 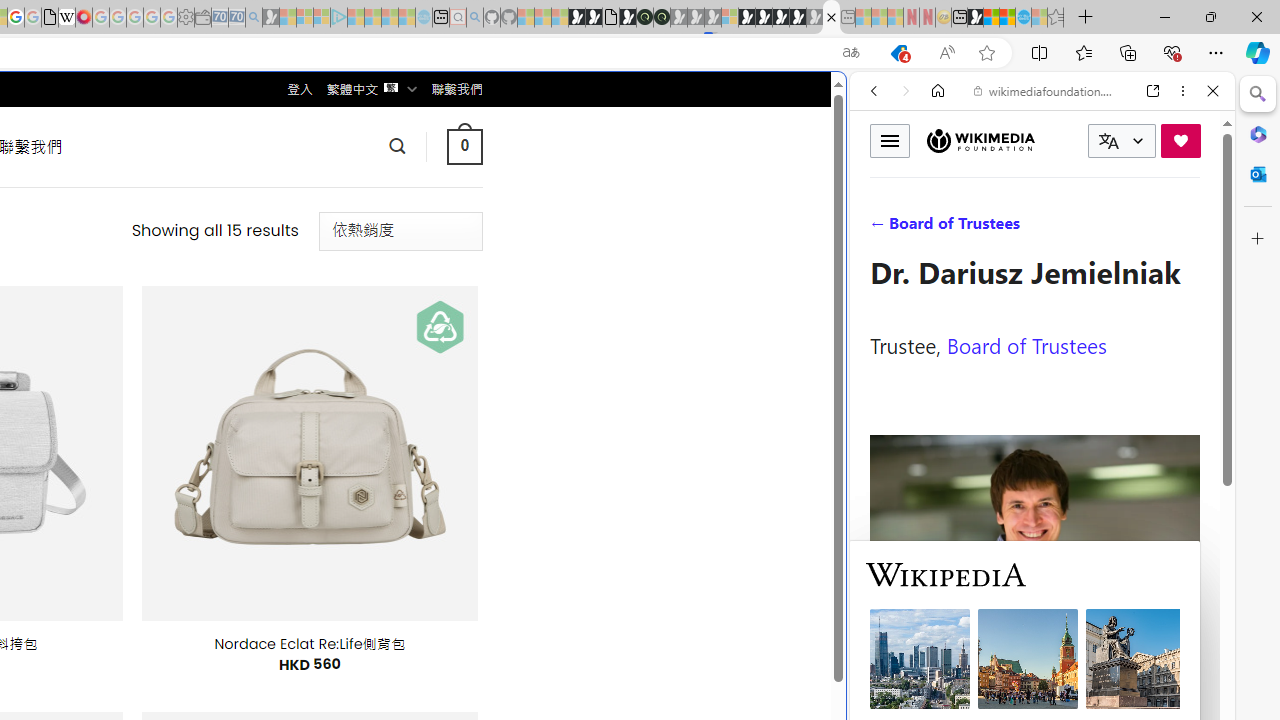 What do you see at coordinates (202, 17) in the screenshot?
I see `'Wallet - Sleeping'` at bounding box center [202, 17].